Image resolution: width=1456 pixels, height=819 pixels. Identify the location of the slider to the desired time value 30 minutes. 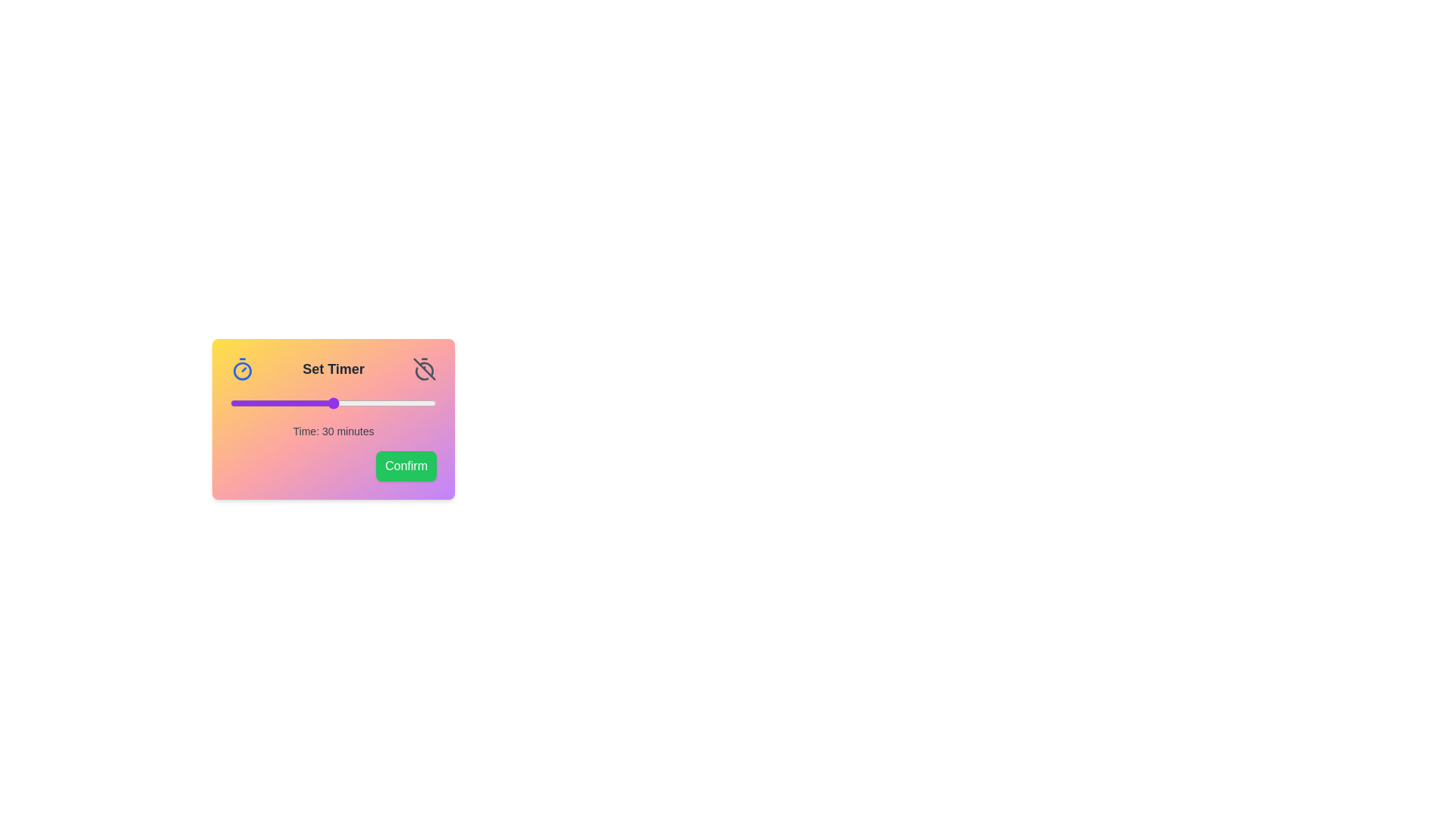
(333, 403).